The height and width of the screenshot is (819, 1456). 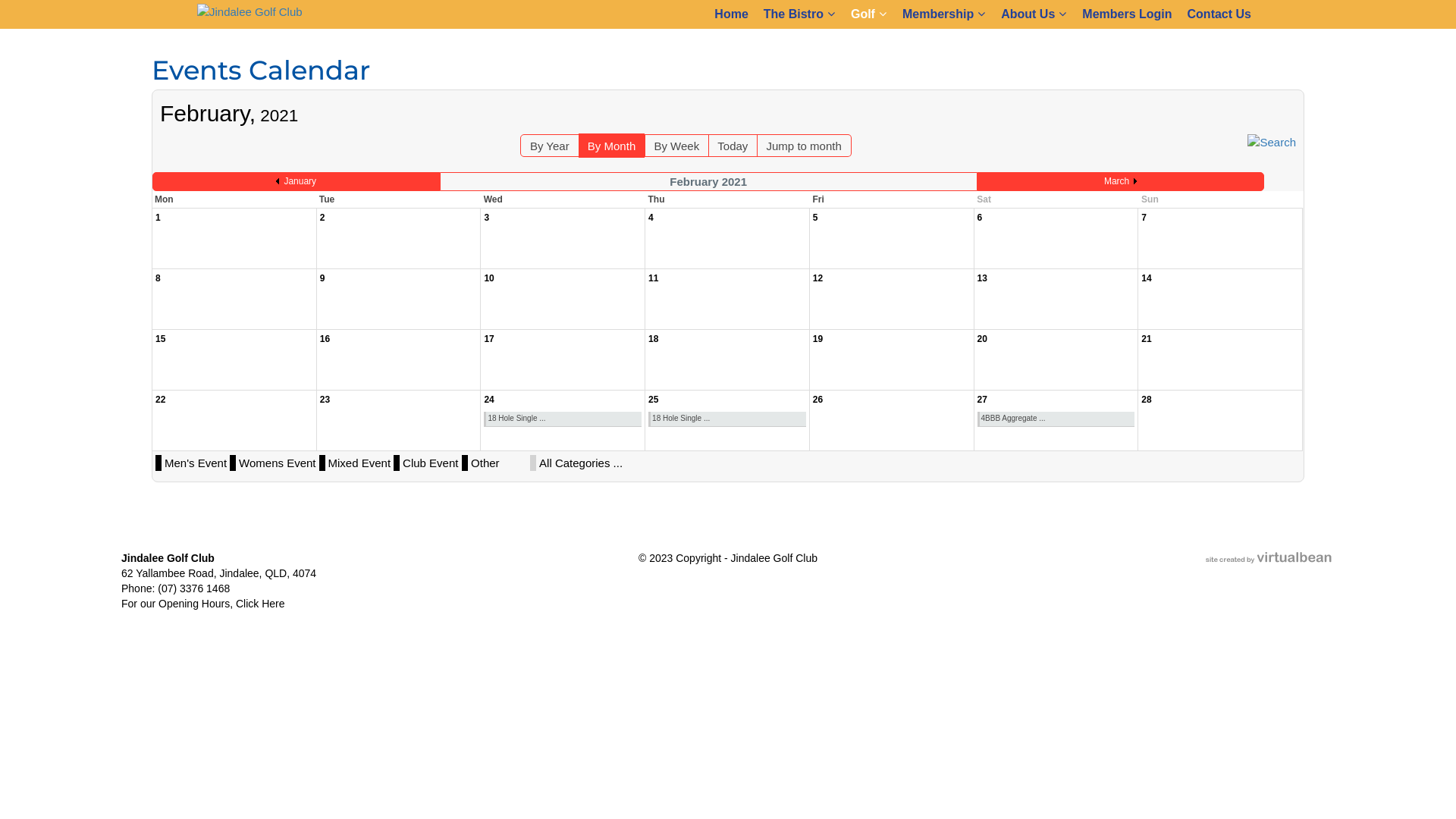 What do you see at coordinates (429, 462) in the screenshot?
I see `'Club Event'` at bounding box center [429, 462].